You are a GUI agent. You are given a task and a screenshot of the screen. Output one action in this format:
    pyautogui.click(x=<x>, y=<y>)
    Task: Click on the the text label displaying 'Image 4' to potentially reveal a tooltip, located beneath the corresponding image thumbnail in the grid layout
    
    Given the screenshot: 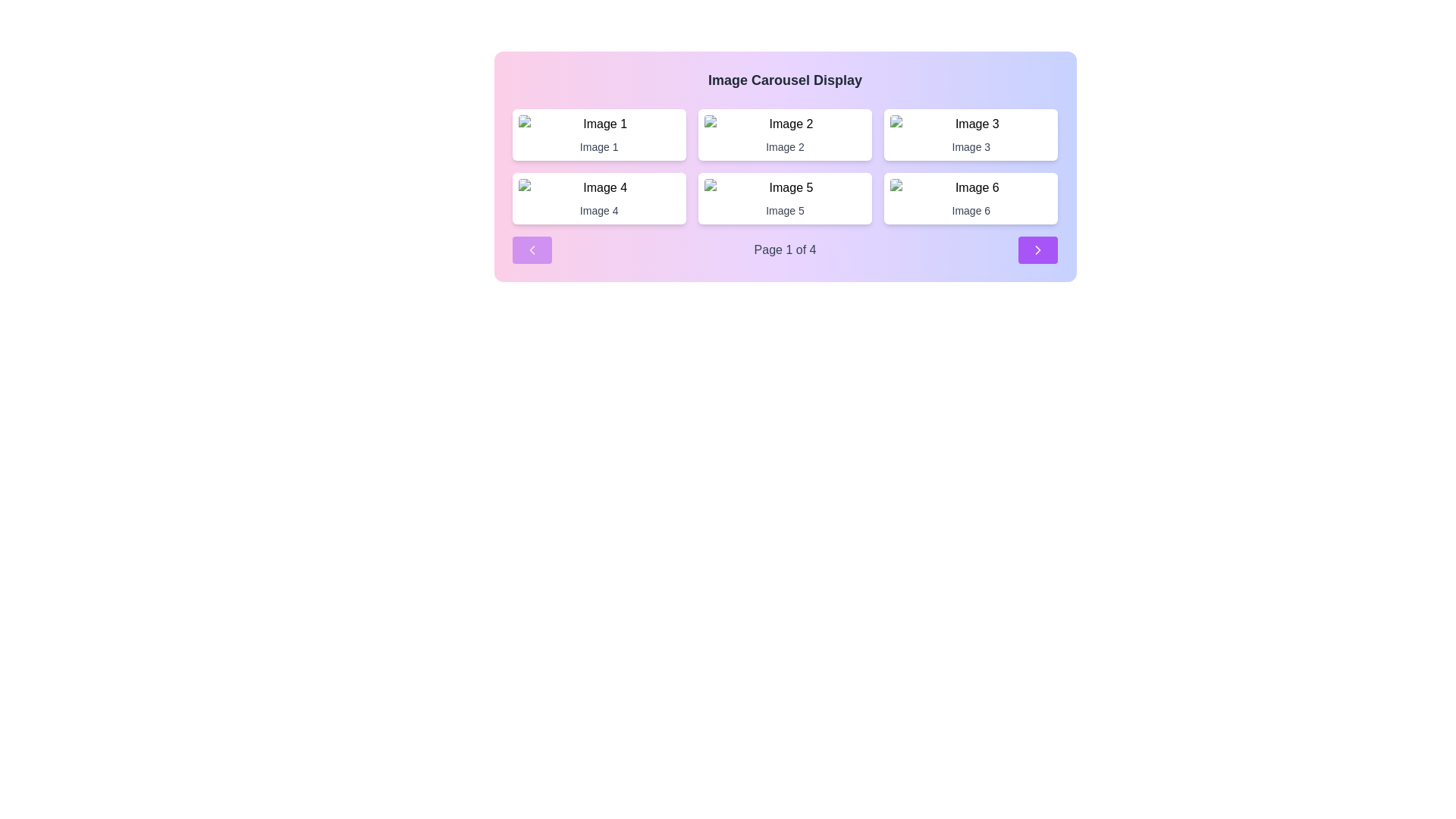 What is the action you would take?
    pyautogui.click(x=598, y=210)
    